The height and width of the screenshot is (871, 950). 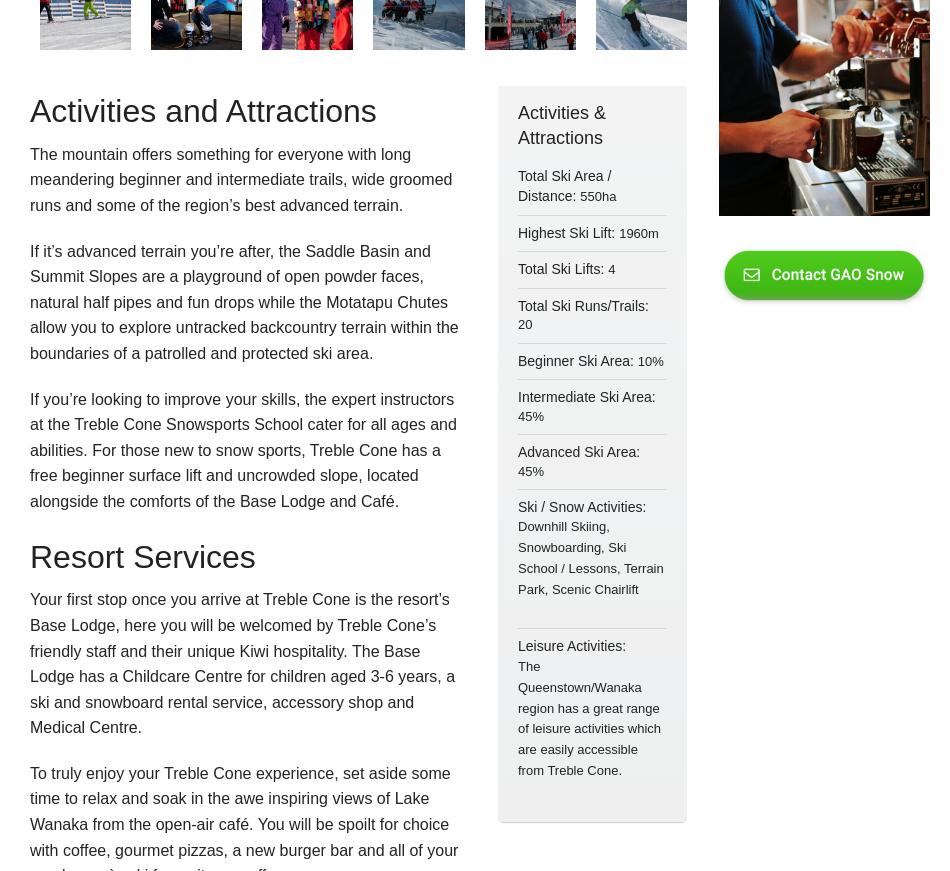 I want to click on '4', so click(x=611, y=269).